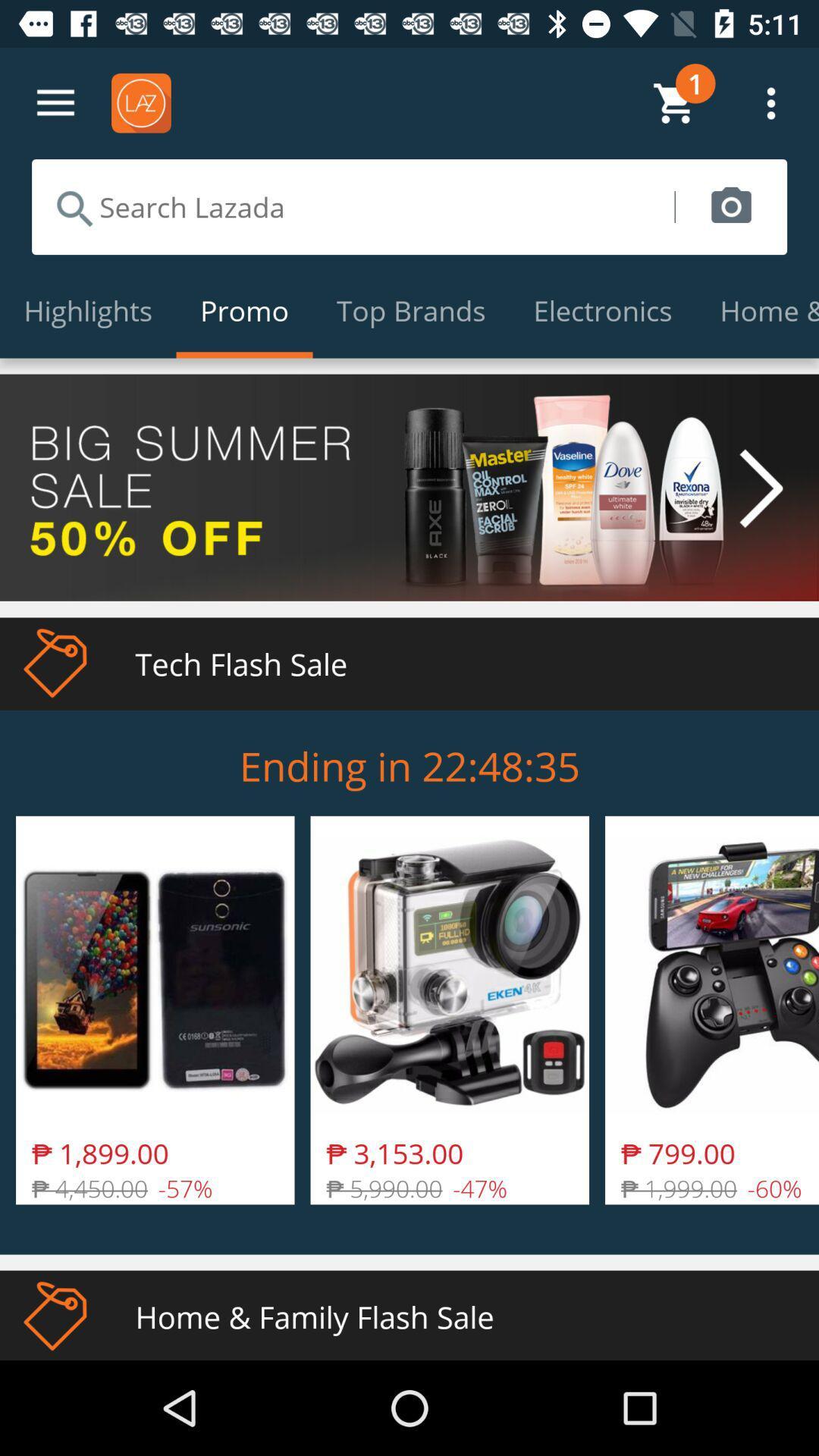 The height and width of the screenshot is (1456, 819). What do you see at coordinates (55, 102) in the screenshot?
I see `go settings option` at bounding box center [55, 102].